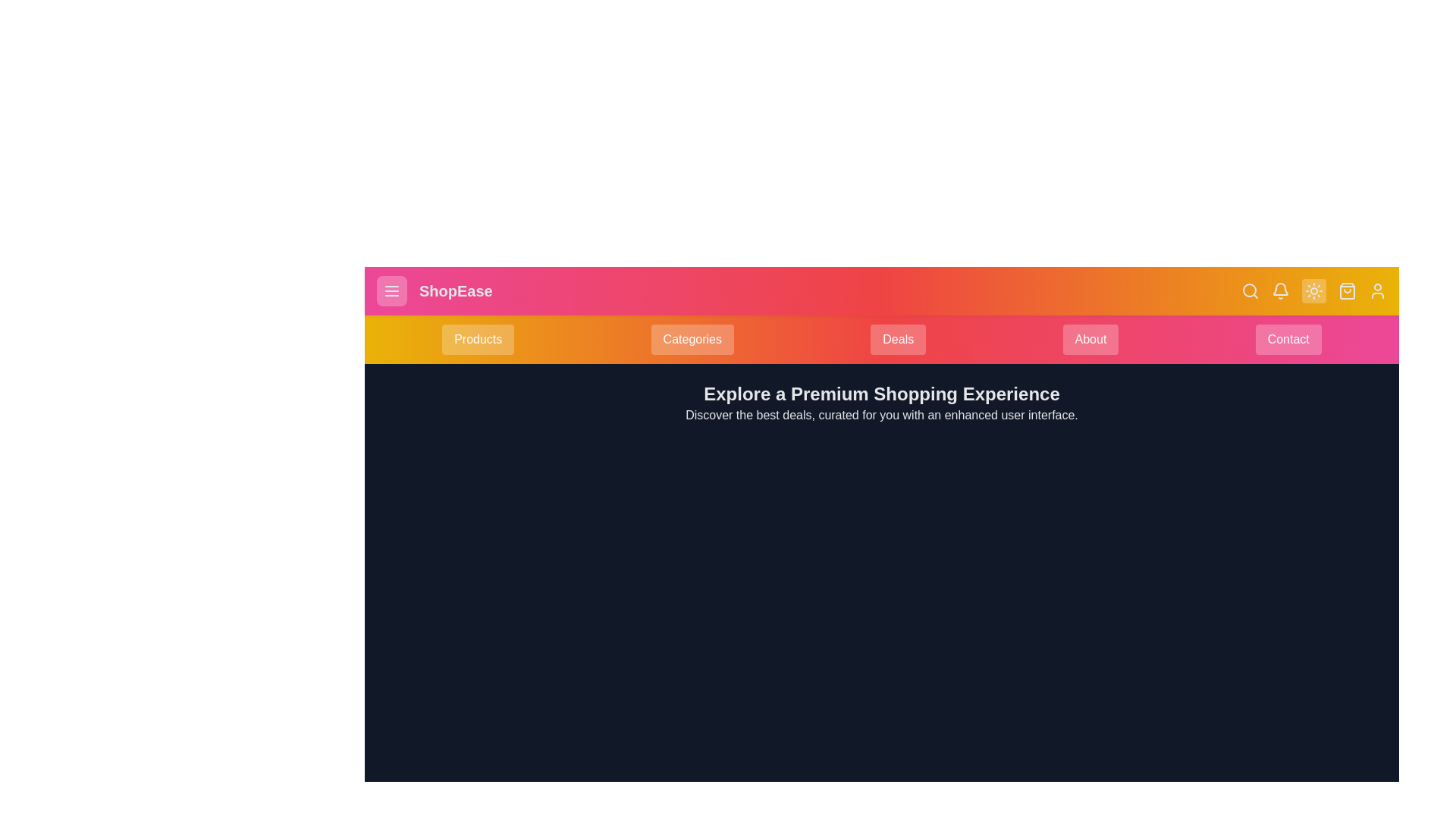 This screenshot has width=1456, height=819. Describe the element at coordinates (881, 403) in the screenshot. I see `the main content text for reading or copying` at that location.